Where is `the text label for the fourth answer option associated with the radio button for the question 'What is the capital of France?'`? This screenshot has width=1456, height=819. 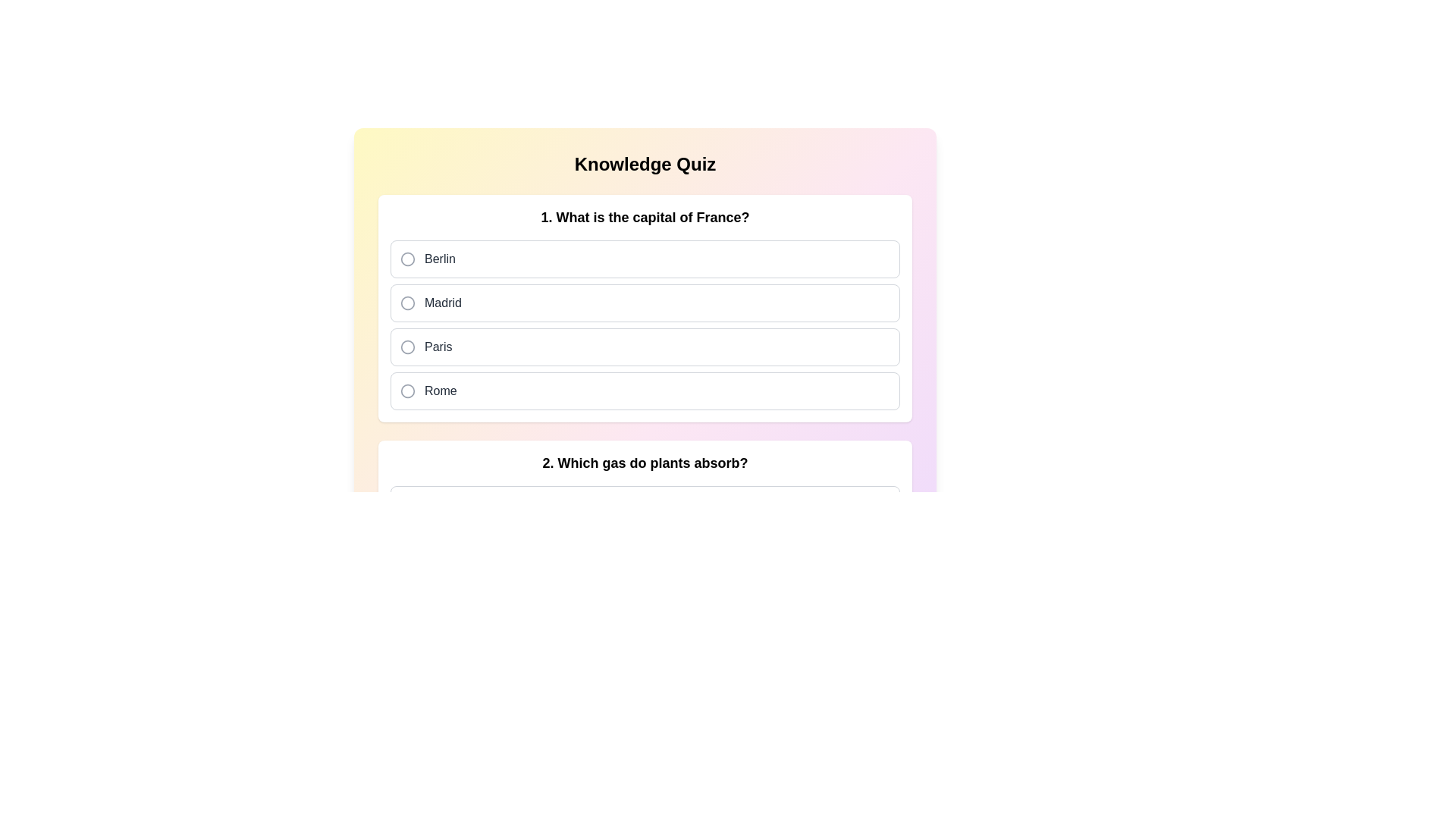
the text label for the fourth answer option associated with the radio button for the question 'What is the capital of France?' is located at coordinates (440, 391).